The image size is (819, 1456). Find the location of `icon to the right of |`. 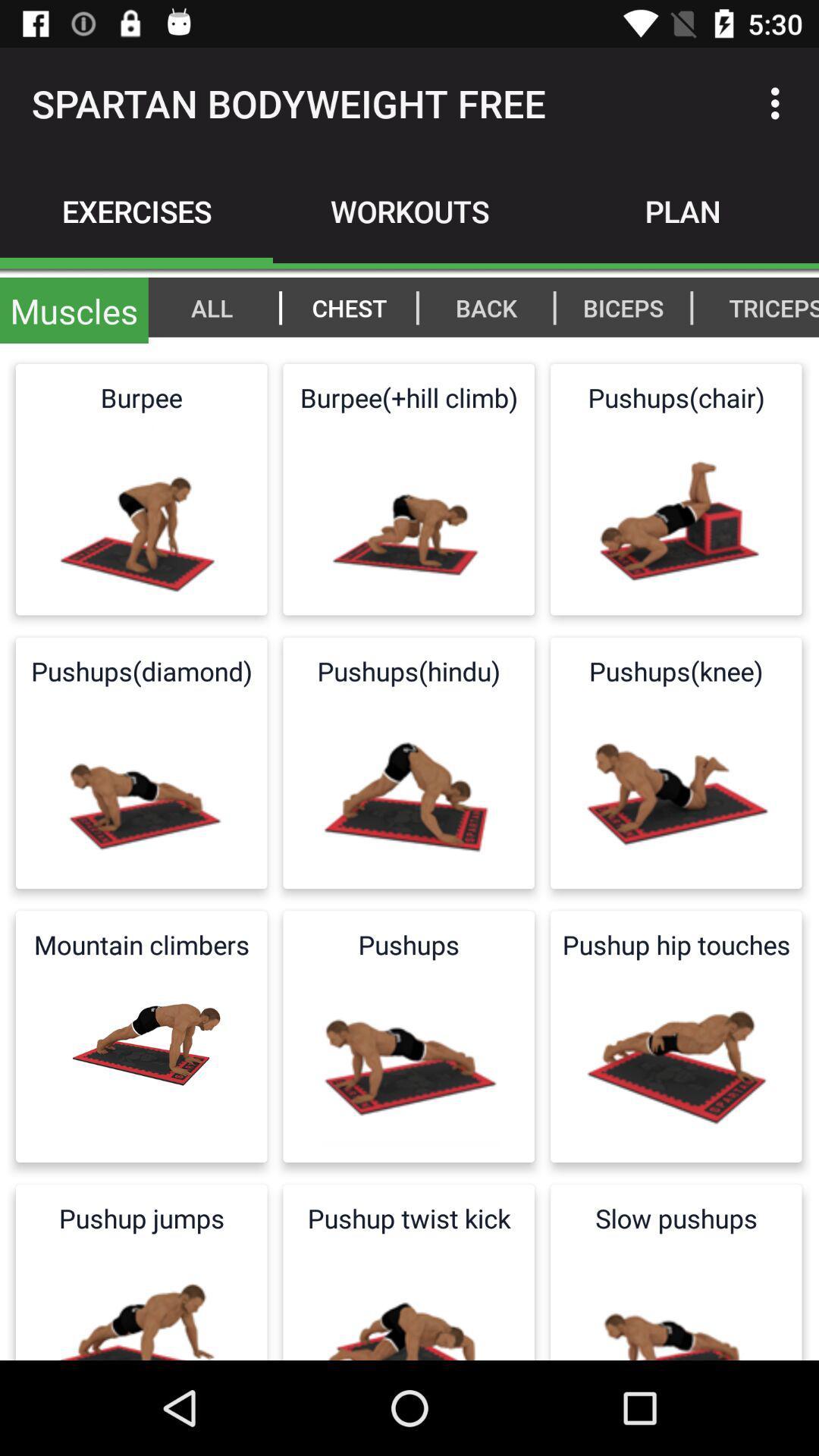

icon to the right of | is located at coordinates (765, 306).